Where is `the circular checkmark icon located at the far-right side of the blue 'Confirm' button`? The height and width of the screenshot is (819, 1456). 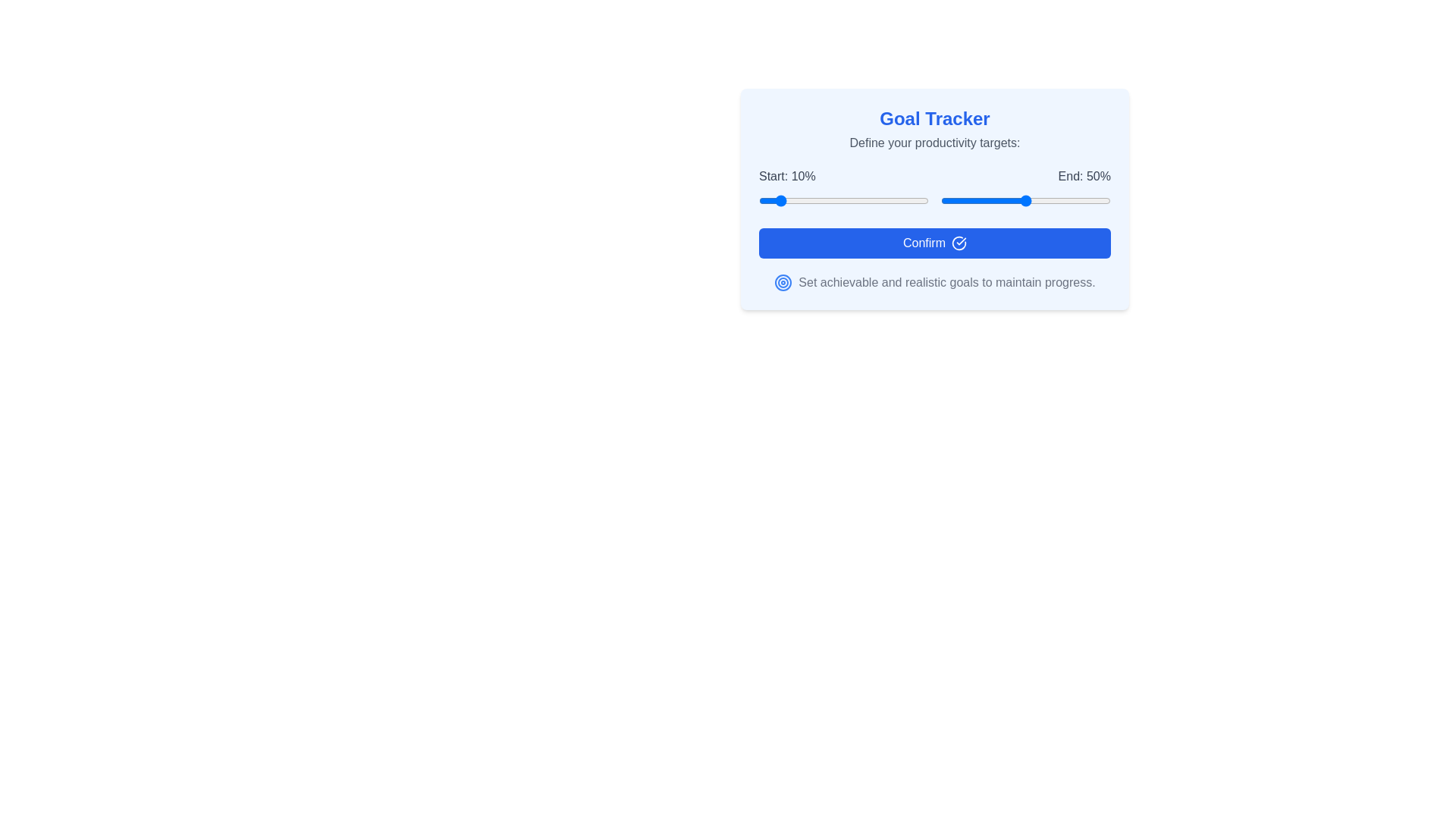
the circular checkmark icon located at the far-right side of the blue 'Confirm' button is located at coordinates (959, 242).